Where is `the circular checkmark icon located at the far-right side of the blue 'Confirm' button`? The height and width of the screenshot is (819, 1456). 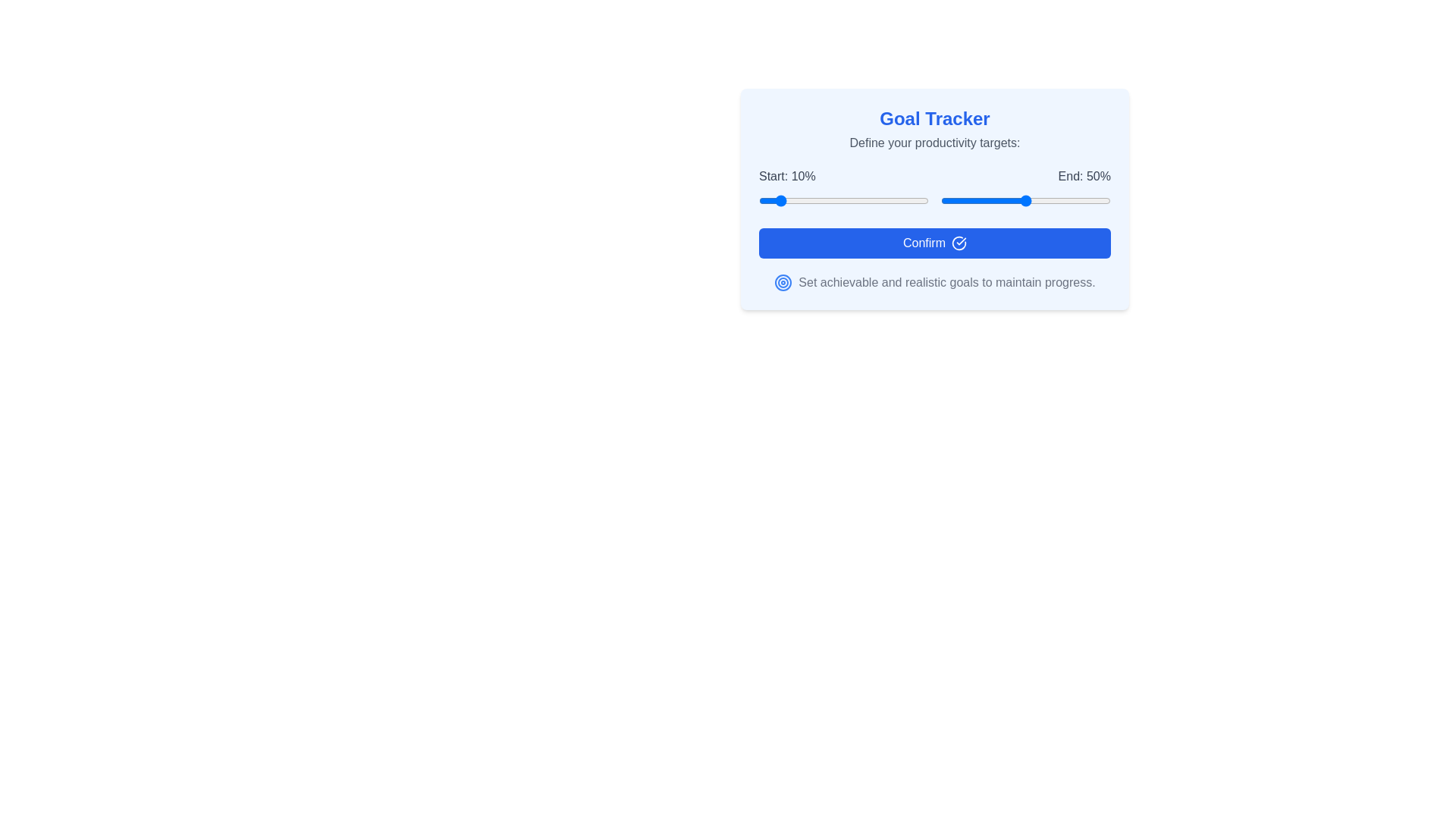
the circular checkmark icon located at the far-right side of the blue 'Confirm' button is located at coordinates (959, 242).